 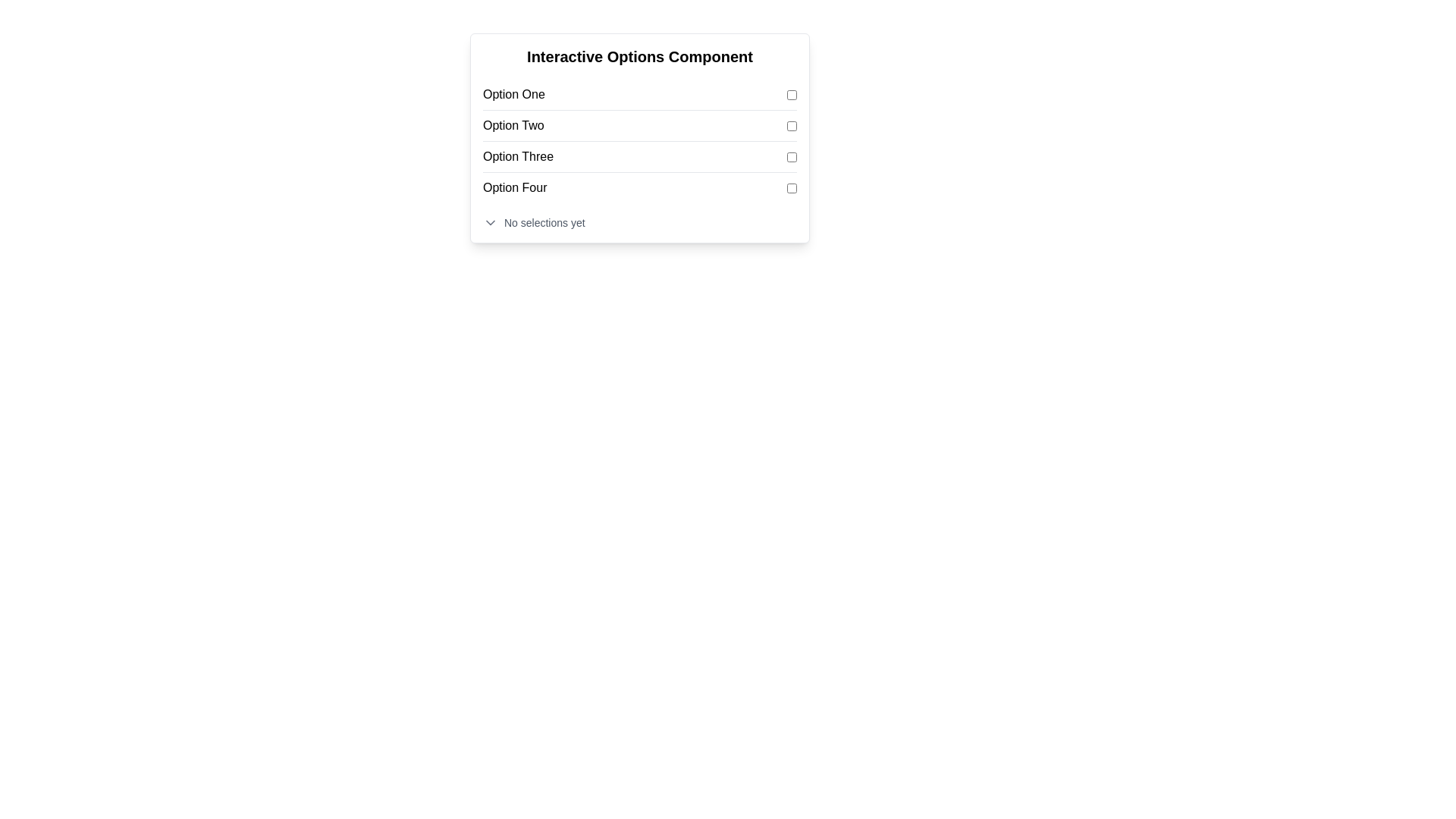 What do you see at coordinates (518, 157) in the screenshot?
I see `the label displaying 'Option Three', which is the third item in a vertical list of options within the 'Interactive Options Component'` at bounding box center [518, 157].